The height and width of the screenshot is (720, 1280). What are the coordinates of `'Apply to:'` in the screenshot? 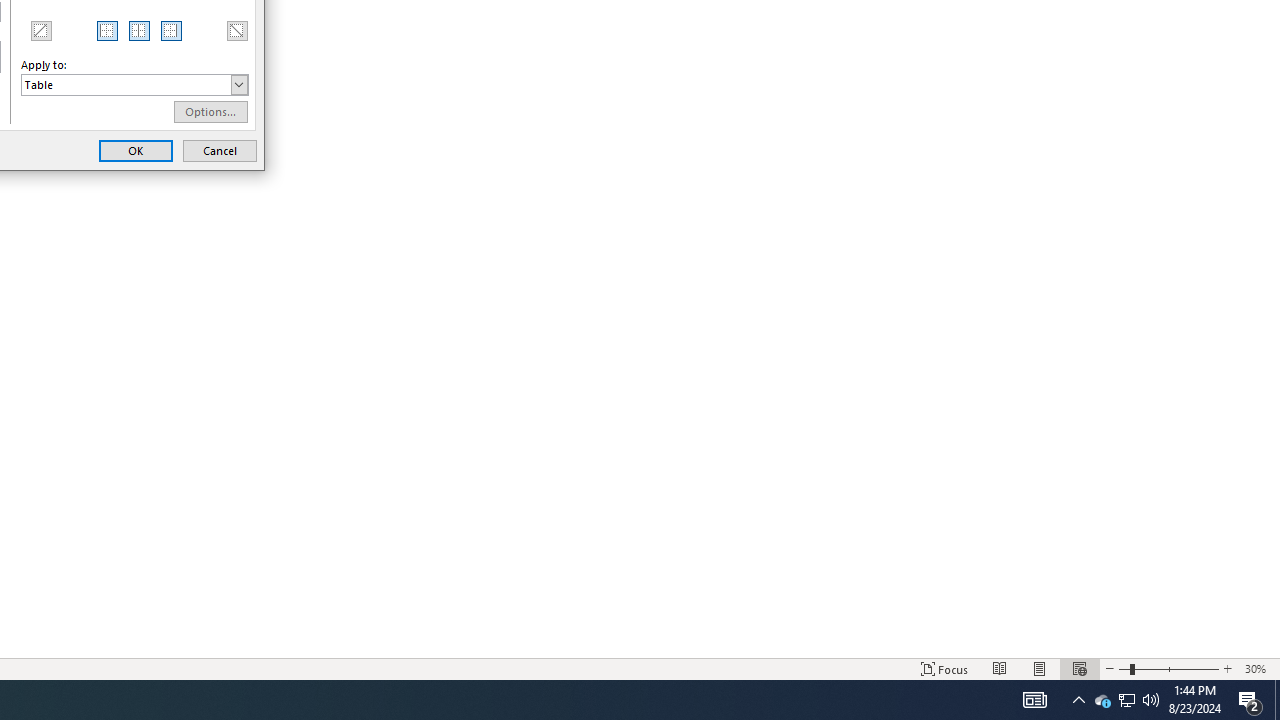 It's located at (134, 83).